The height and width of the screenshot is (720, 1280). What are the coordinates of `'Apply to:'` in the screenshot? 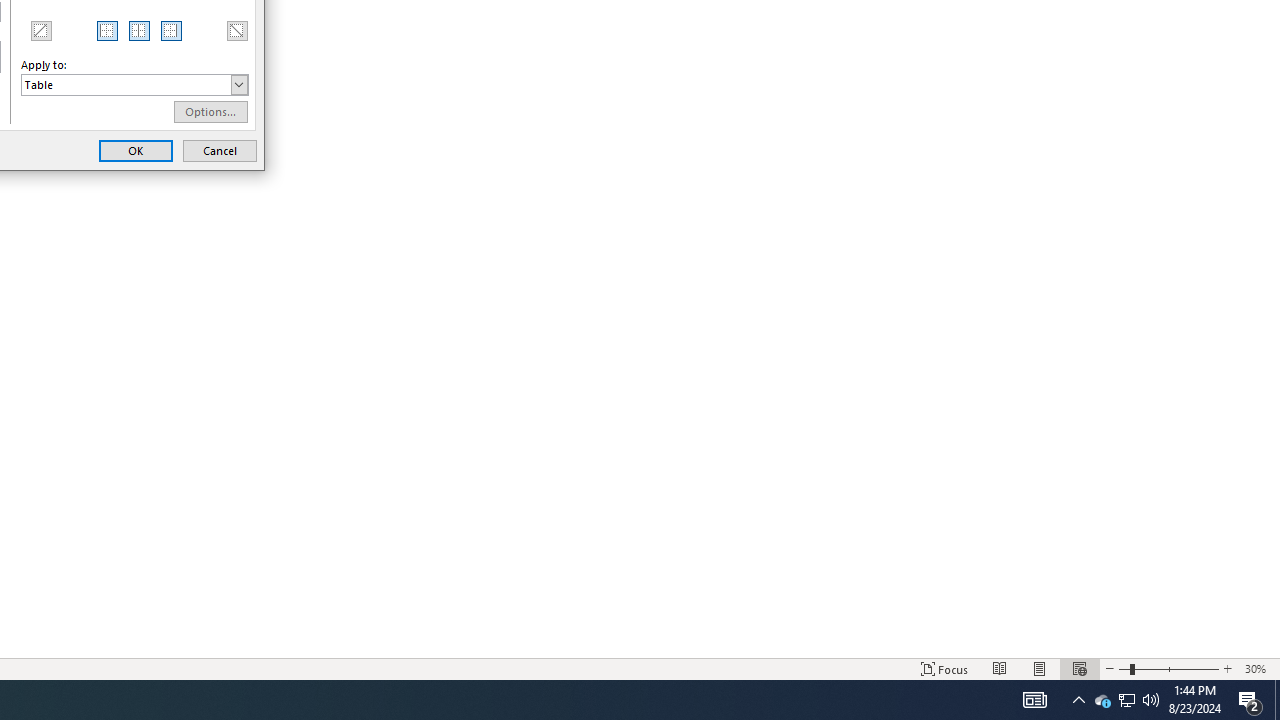 It's located at (134, 83).